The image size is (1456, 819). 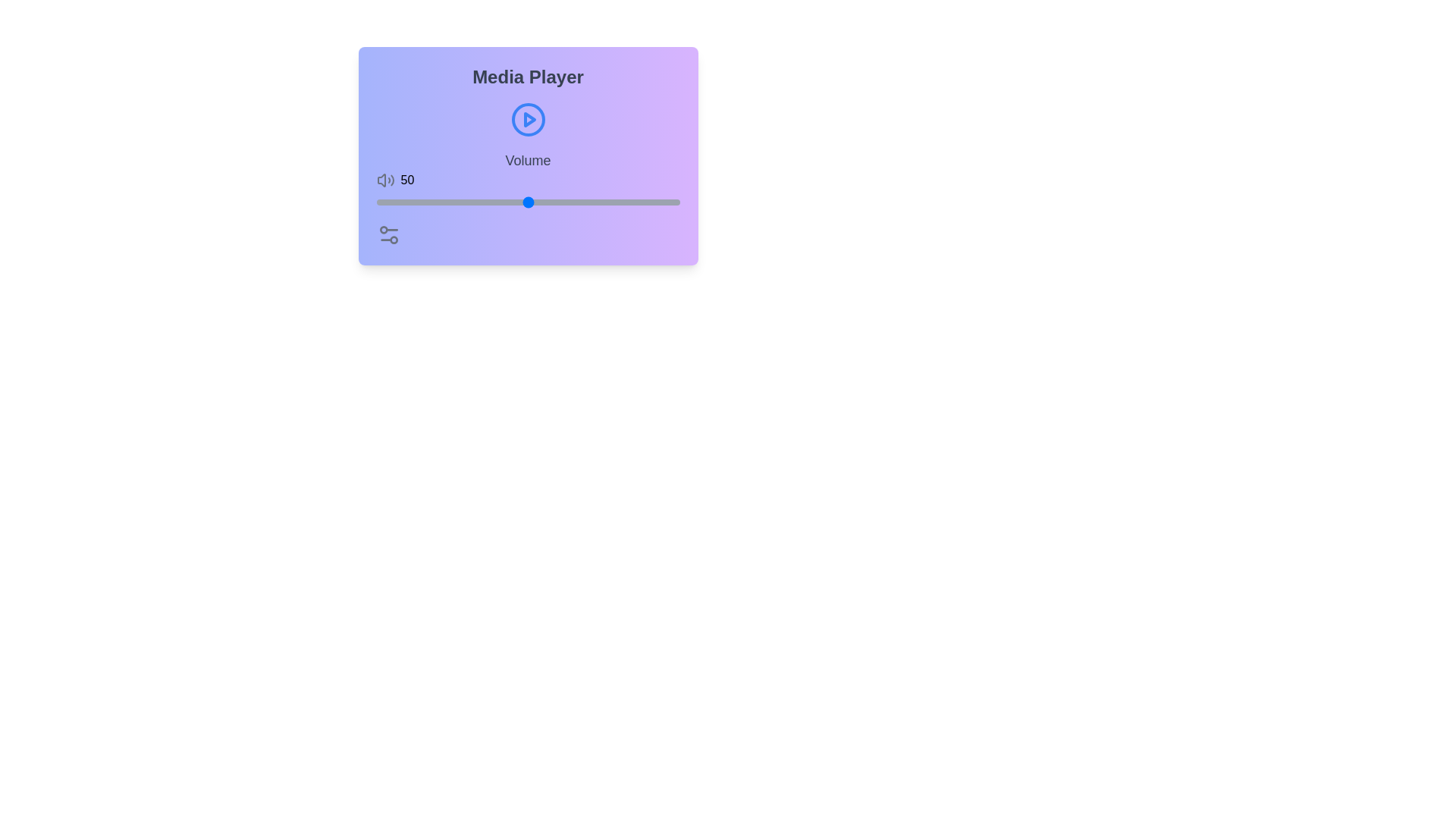 I want to click on the settings gear button located in the bottom-left corner of the media player card, so click(x=388, y=234).